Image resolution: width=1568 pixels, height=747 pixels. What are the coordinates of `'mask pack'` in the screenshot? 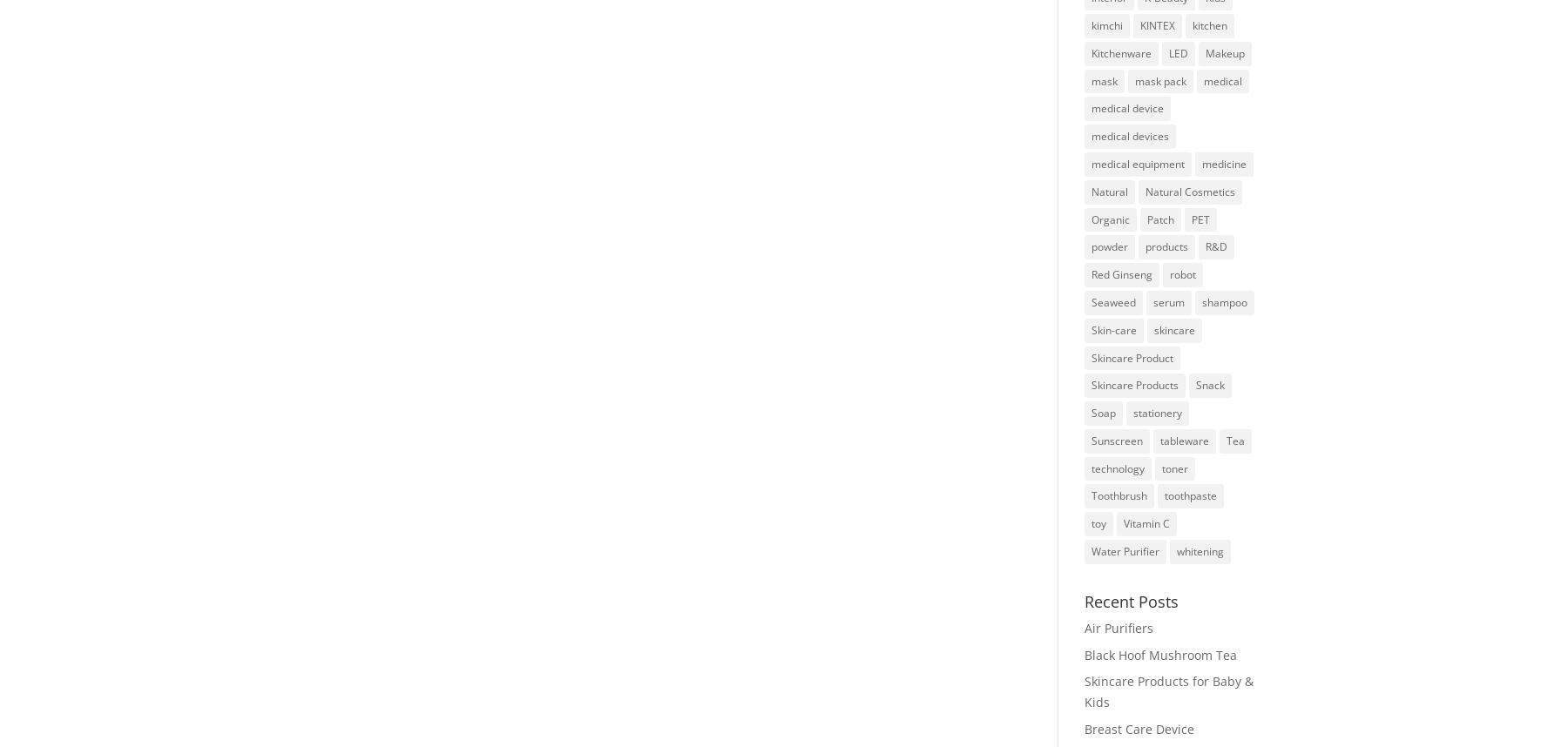 It's located at (1133, 80).